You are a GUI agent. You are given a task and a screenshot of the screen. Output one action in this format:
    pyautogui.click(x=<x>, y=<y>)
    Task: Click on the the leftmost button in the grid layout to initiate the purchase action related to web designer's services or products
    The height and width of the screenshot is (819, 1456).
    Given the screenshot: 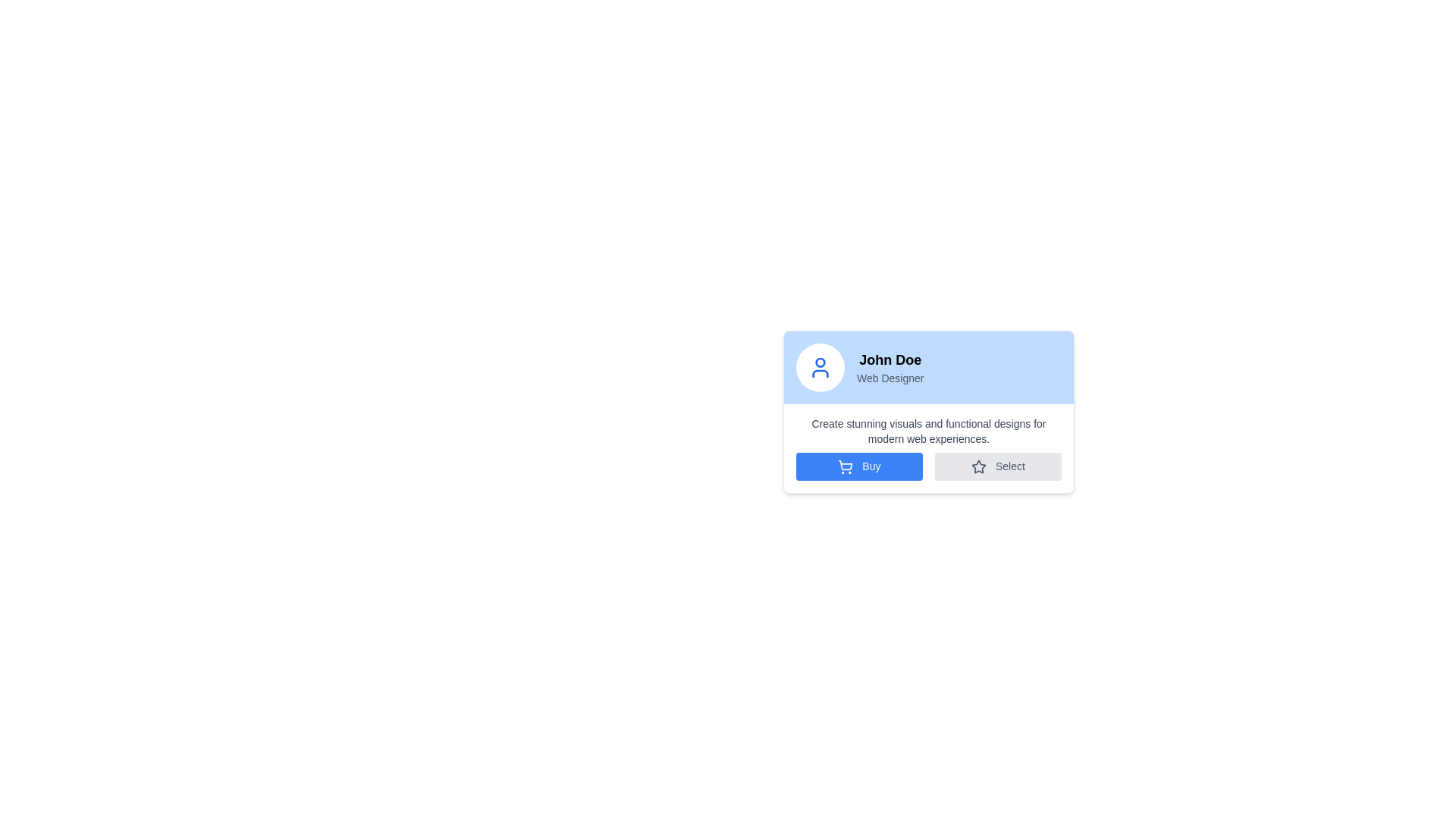 What is the action you would take?
    pyautogui.click(x=859, y=466)
    